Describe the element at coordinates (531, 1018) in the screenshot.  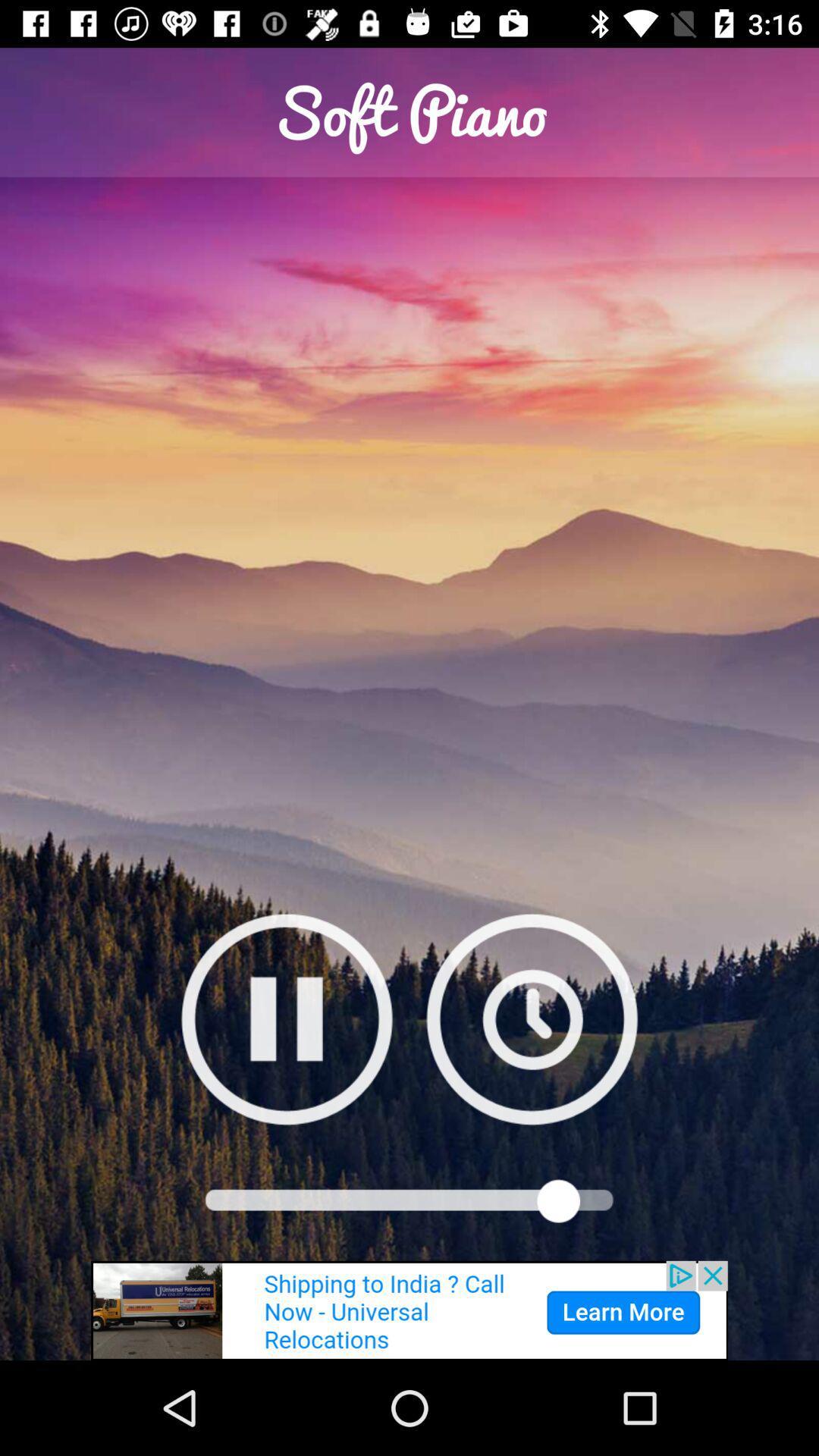
I see `set timer` at that location.